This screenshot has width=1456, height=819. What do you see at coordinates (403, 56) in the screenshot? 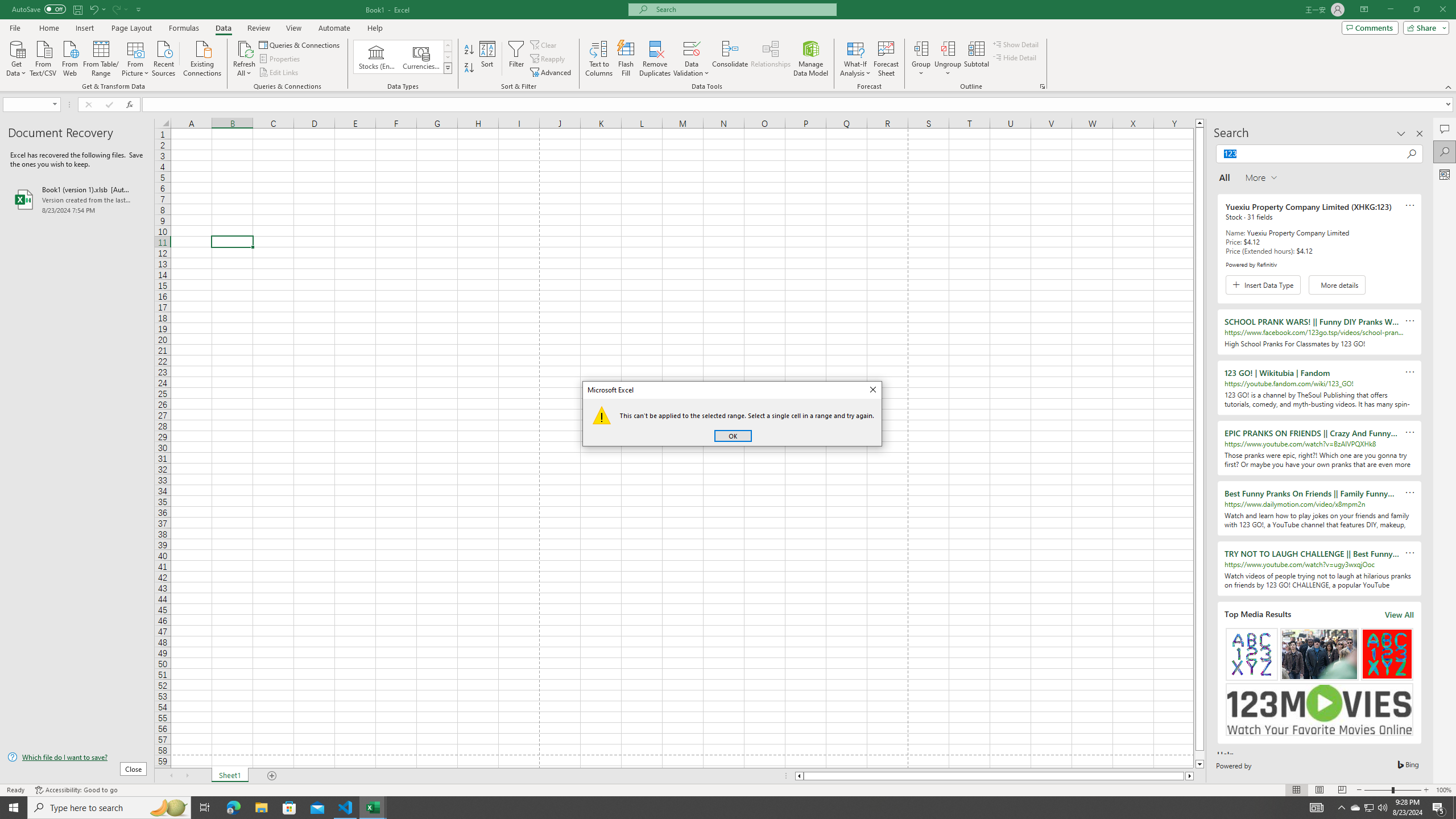
I see `'AutomationID: ConvertToLinkedEntity'` at bounding box center [403, 56].